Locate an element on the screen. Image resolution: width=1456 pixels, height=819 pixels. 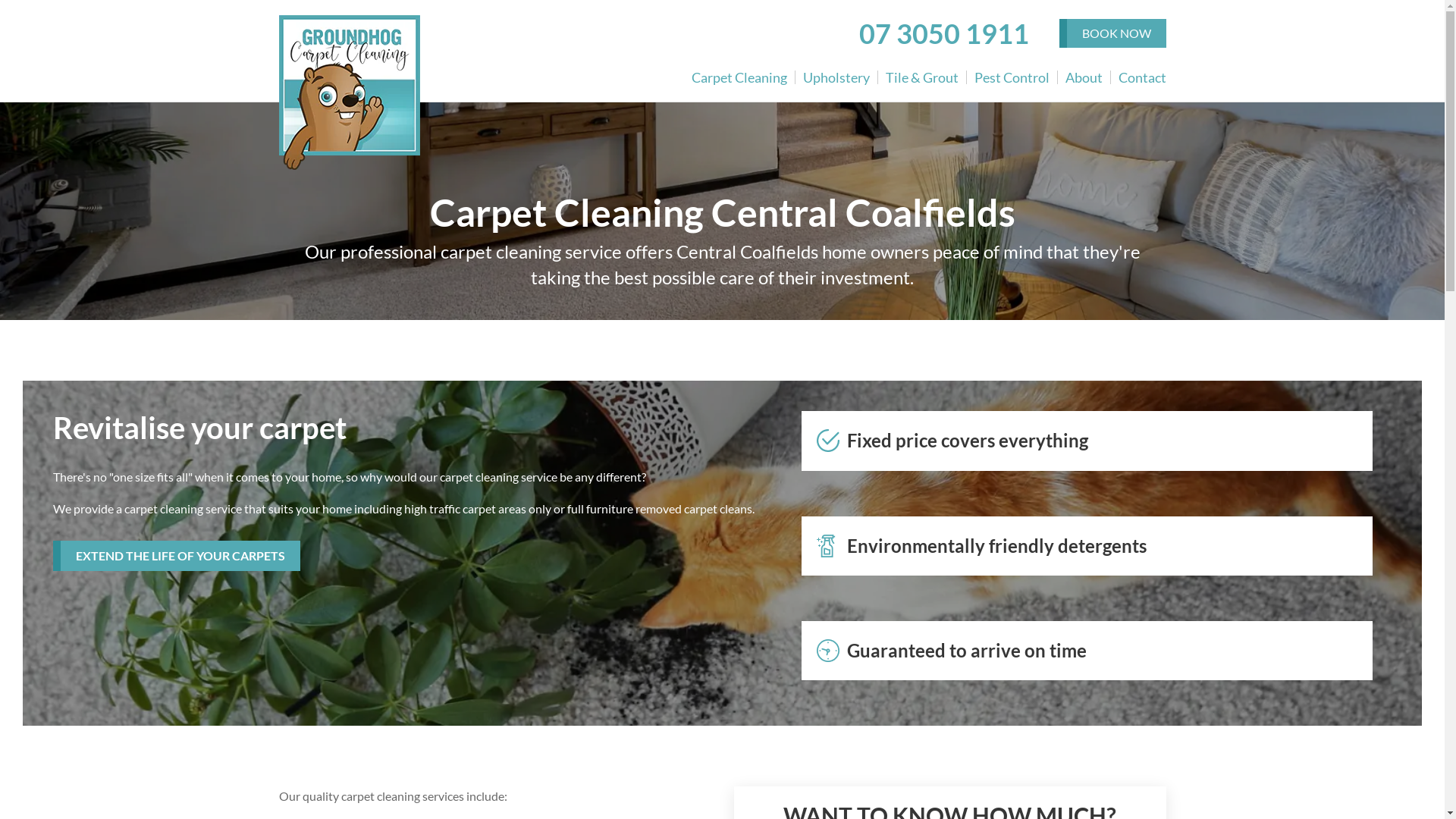
'Pest Control' is located at coordinates (1012, 77).